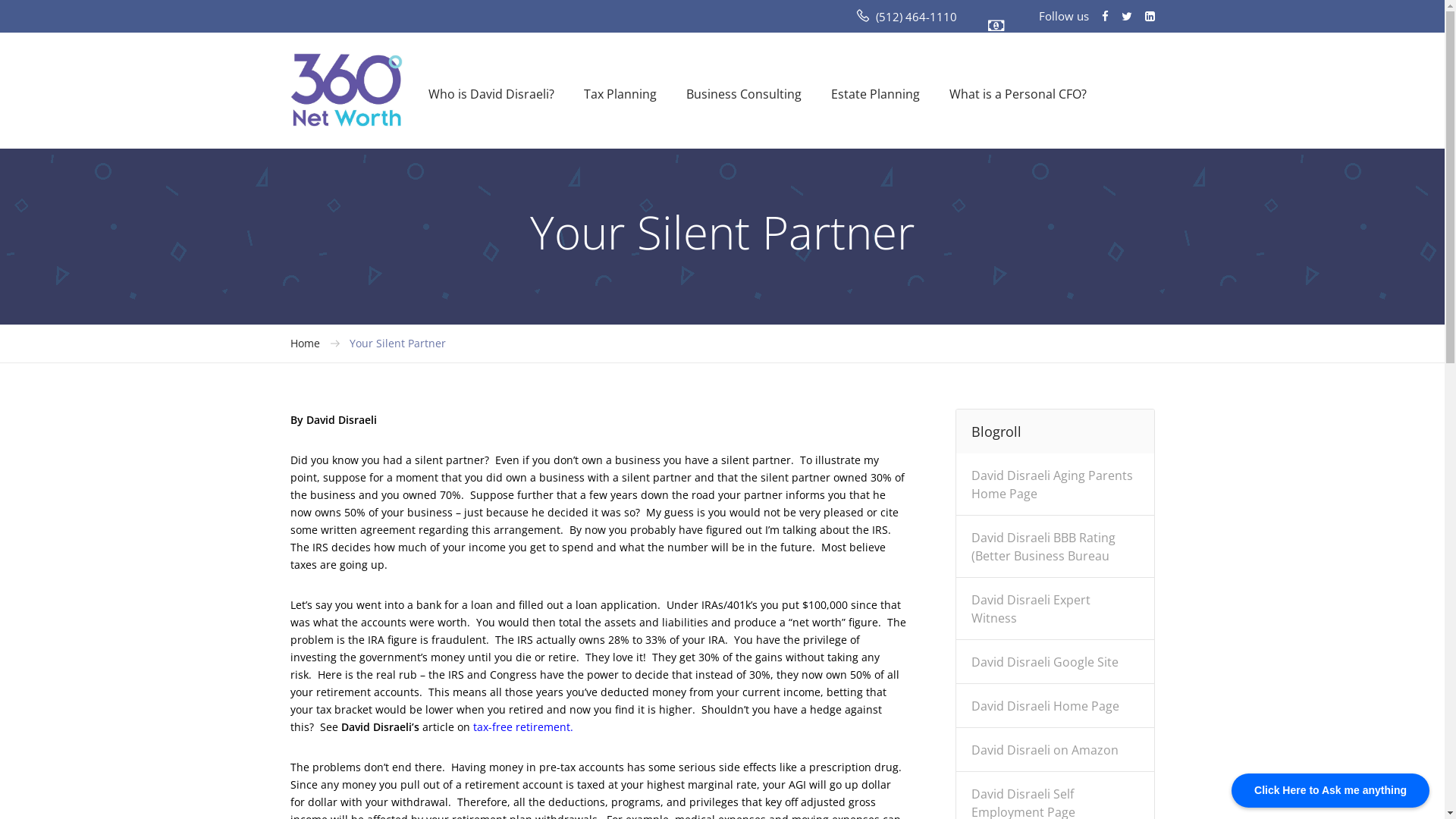 The image size is (1456, 819). I want to click on 'David Disraeli Home Page', so click(1044, 711).